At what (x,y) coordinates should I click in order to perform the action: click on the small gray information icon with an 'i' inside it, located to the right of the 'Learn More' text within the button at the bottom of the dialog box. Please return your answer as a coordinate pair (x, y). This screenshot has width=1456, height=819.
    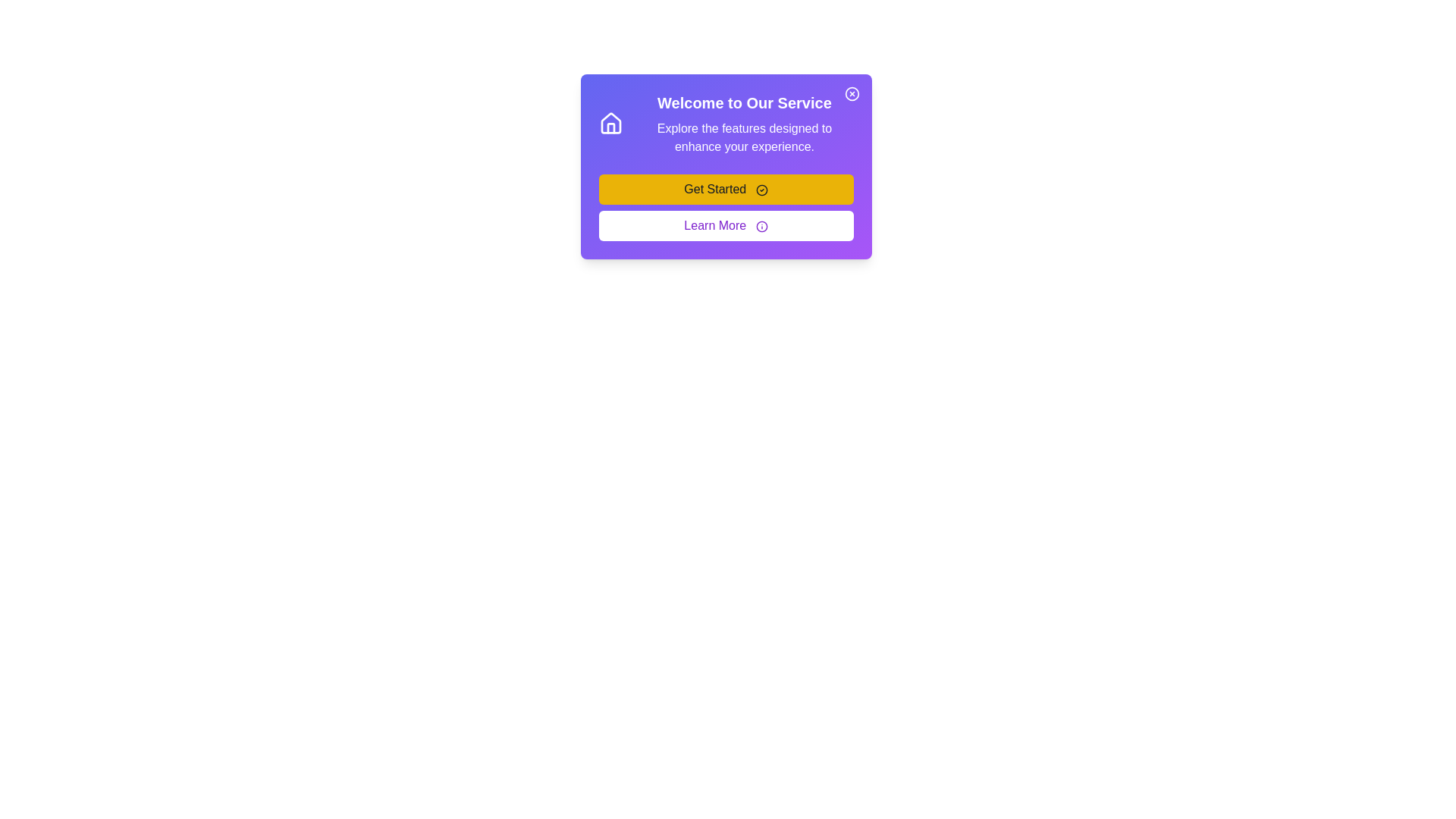
    Looking at the image, I should click on (761, 226).